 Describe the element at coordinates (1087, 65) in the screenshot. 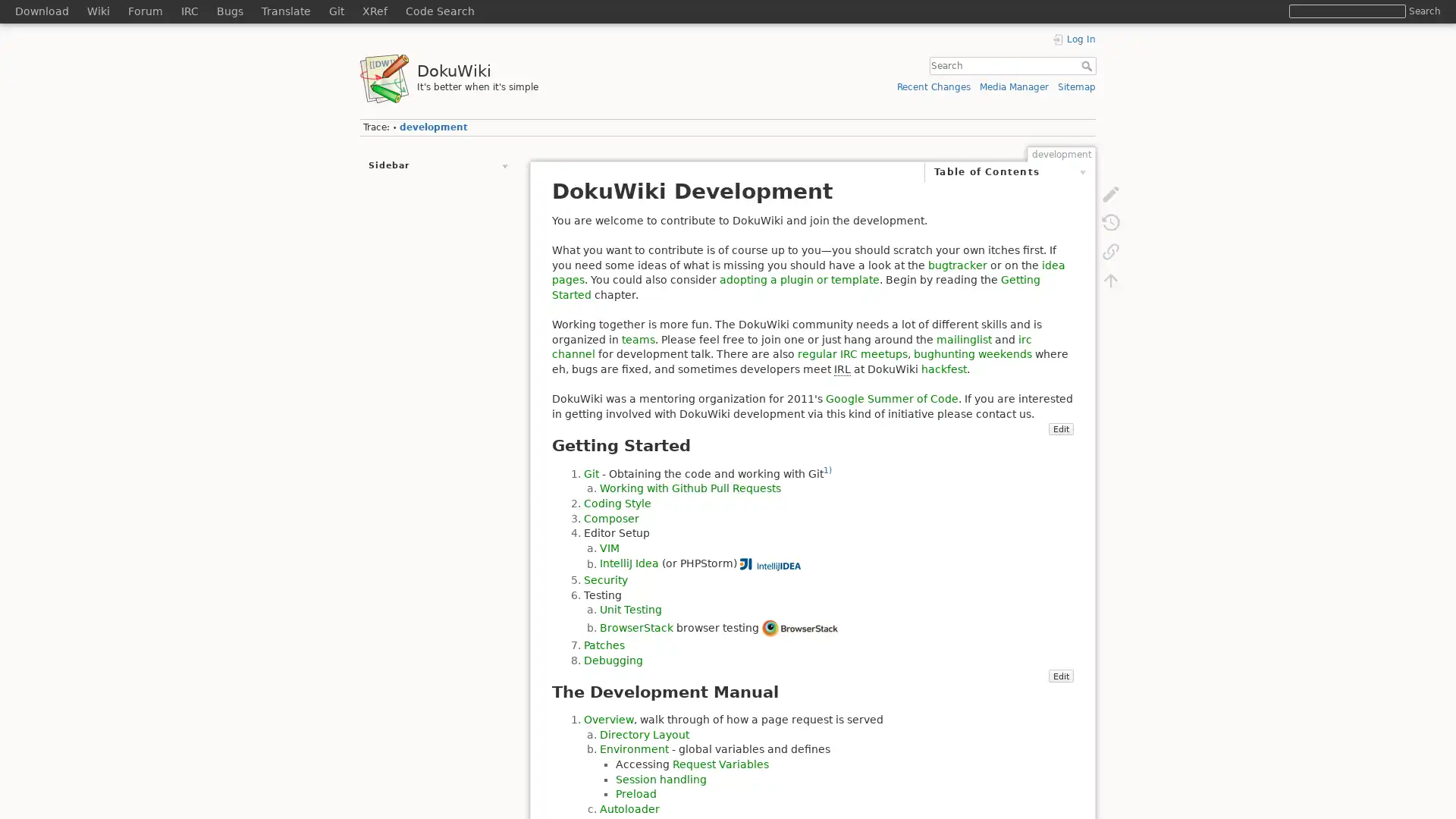

I see `Search` at that location.